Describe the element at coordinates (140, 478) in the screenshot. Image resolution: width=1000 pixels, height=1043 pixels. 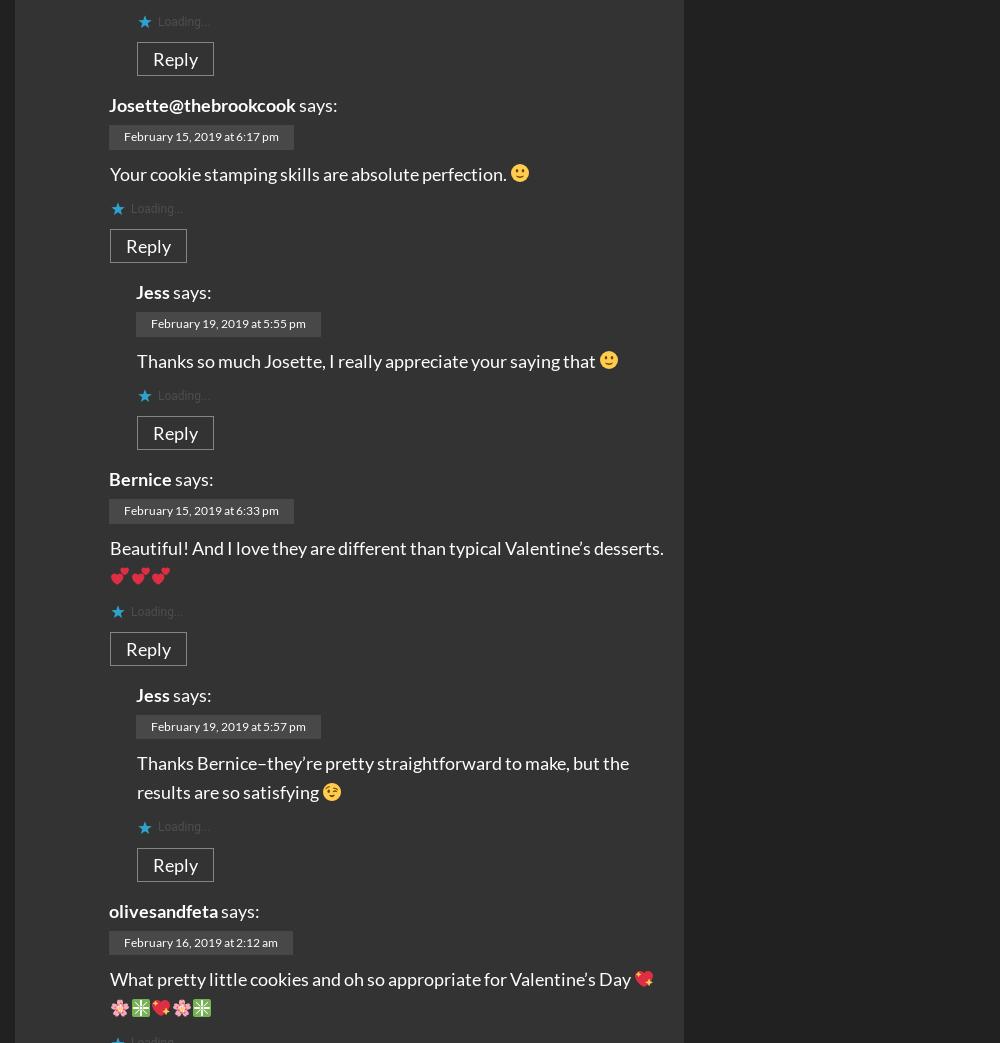
I see `'Bernice'` at that location.